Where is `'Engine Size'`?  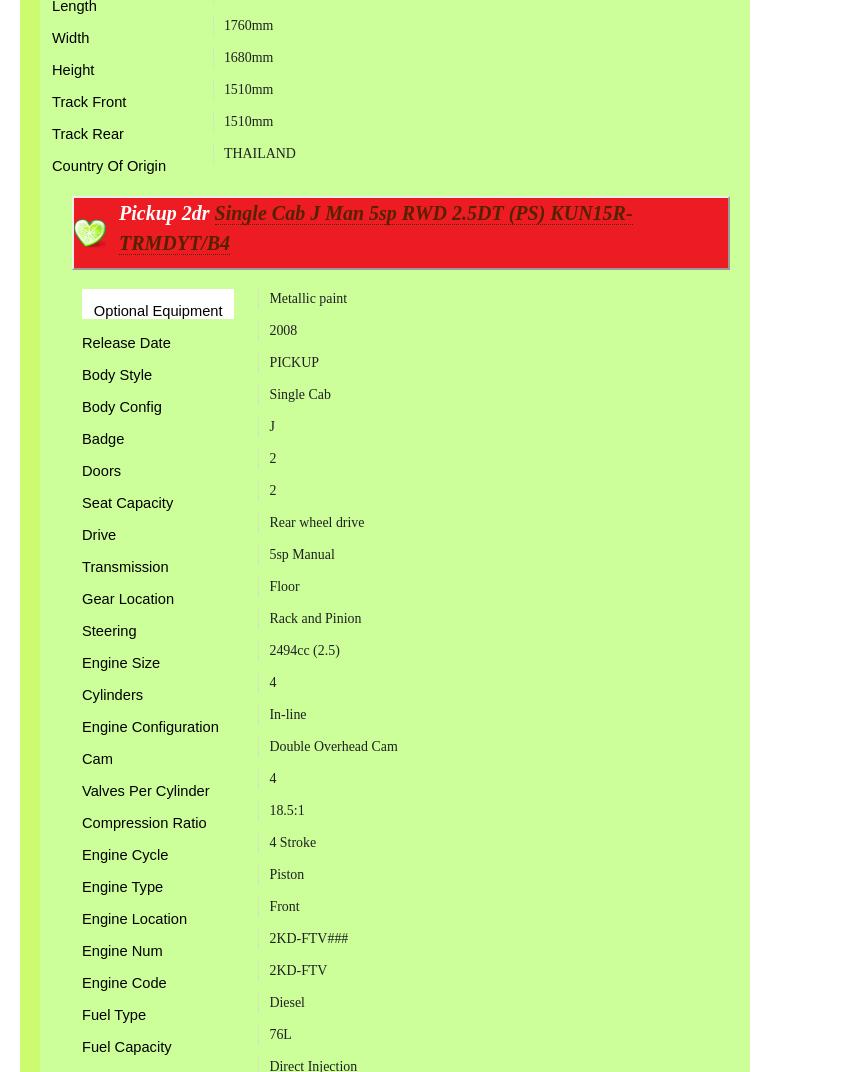 'Engine Size' is located at coordinates (121, 661).